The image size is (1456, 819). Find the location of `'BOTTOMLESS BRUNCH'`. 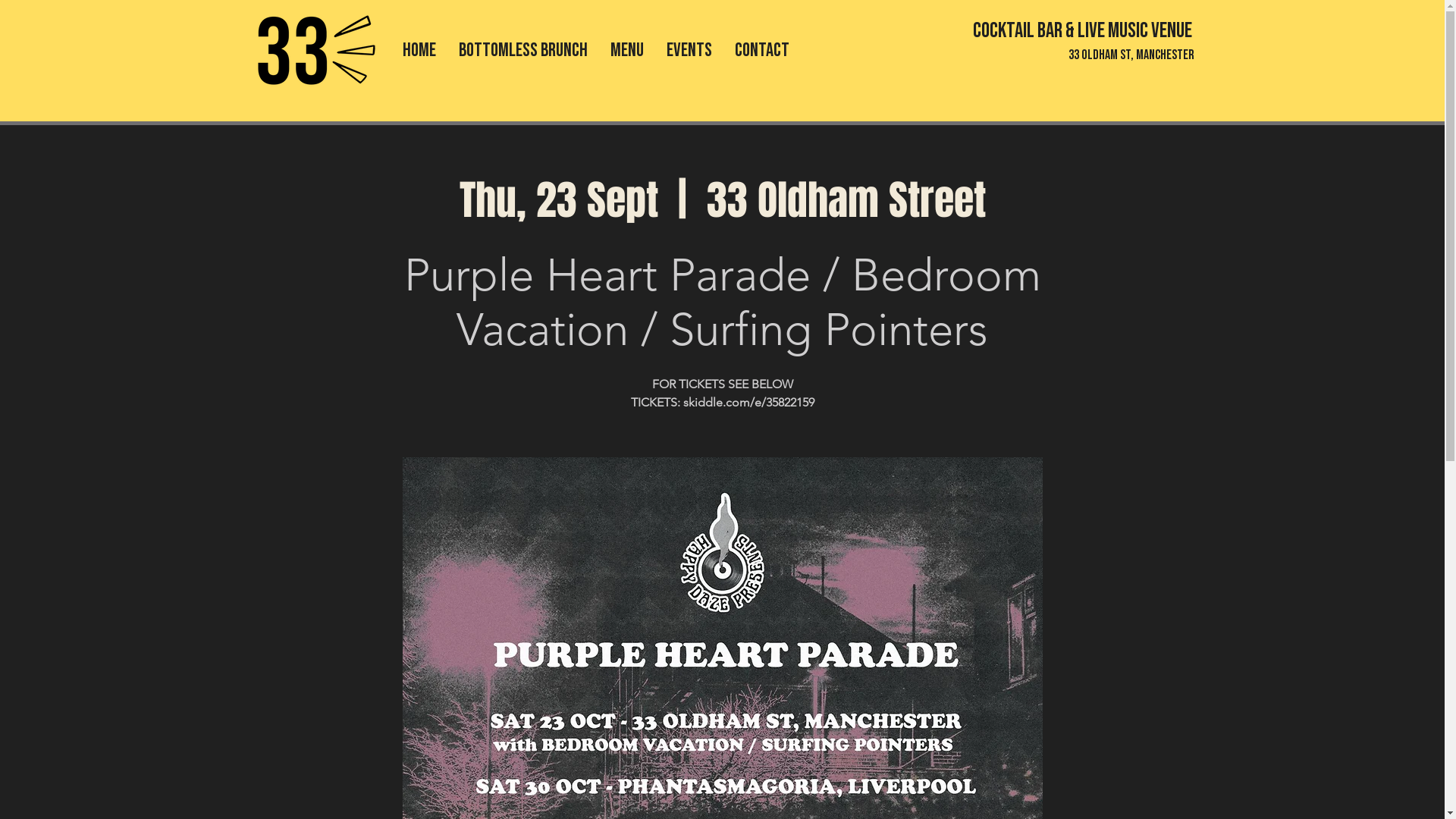

'BOTTOMLESS BRUNCH' is located at coordinates (523, 49).